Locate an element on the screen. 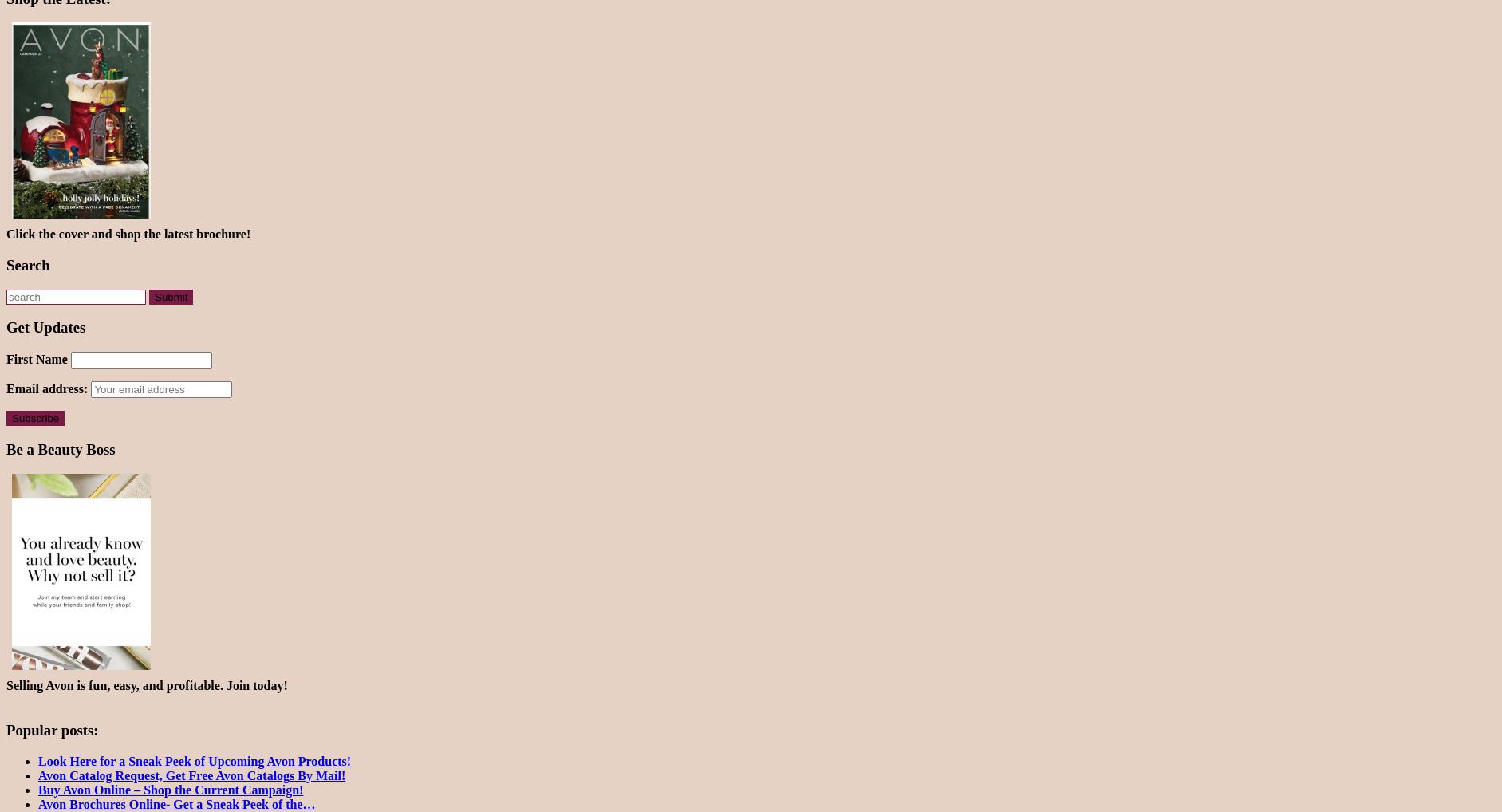 Image resolution: width=1502 pixels, height=812 pixels. 'Look Here for a Sneak Peek of Upcoming Avon Products!' is located at coordinates (195, 760).